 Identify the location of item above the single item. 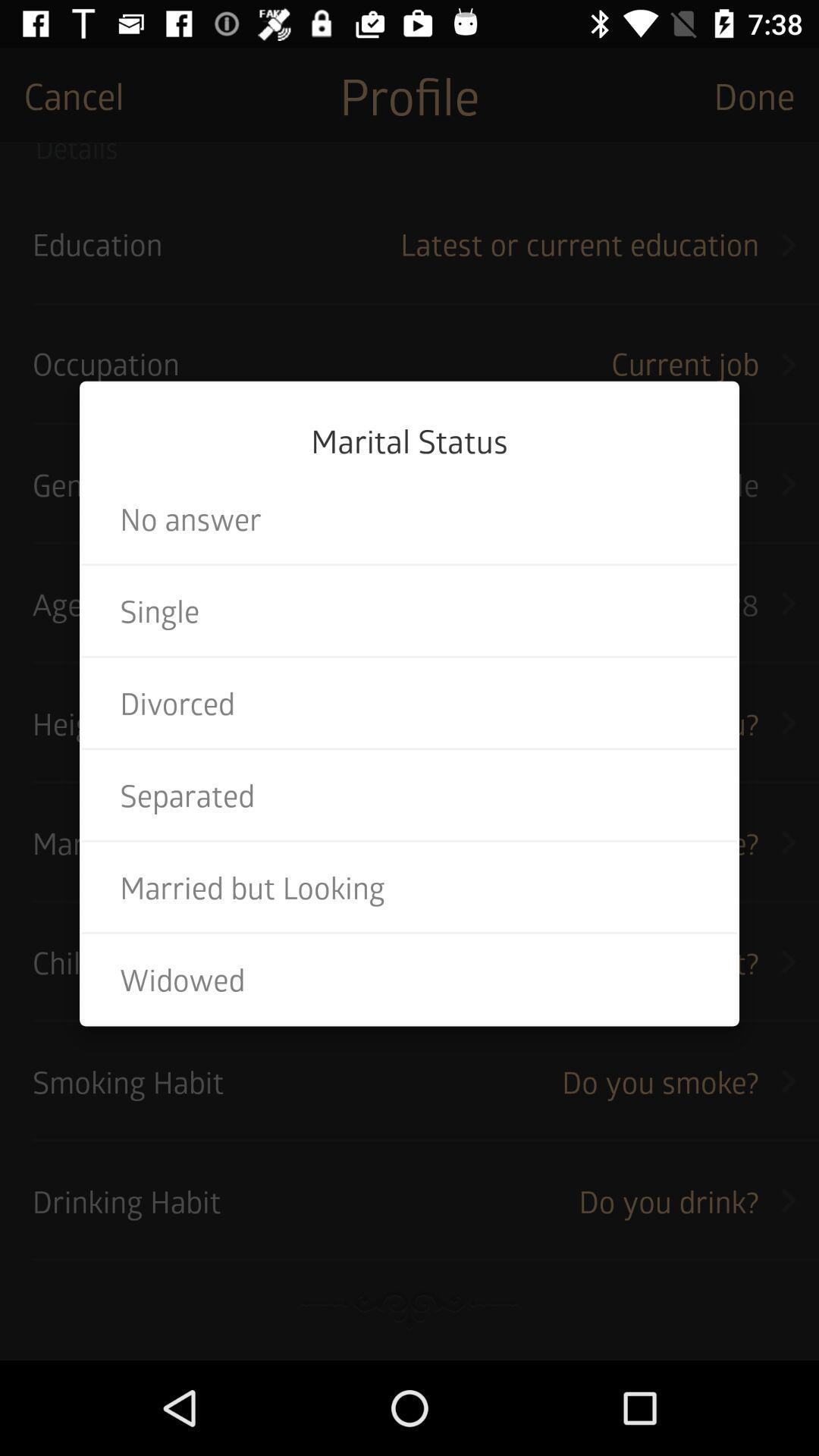
(409, 519).